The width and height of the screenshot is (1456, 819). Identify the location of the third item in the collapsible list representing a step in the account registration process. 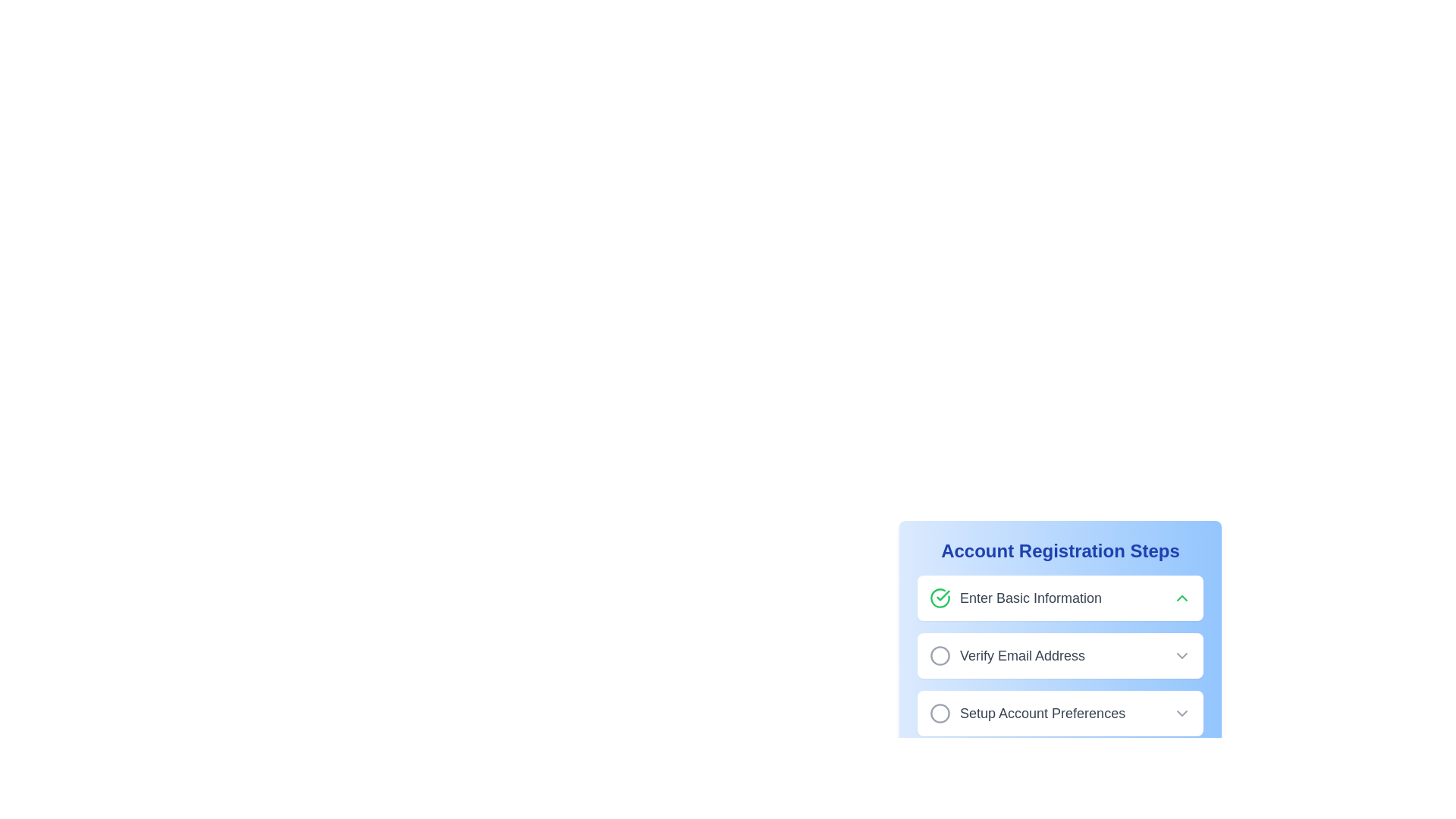
(1059, 714).